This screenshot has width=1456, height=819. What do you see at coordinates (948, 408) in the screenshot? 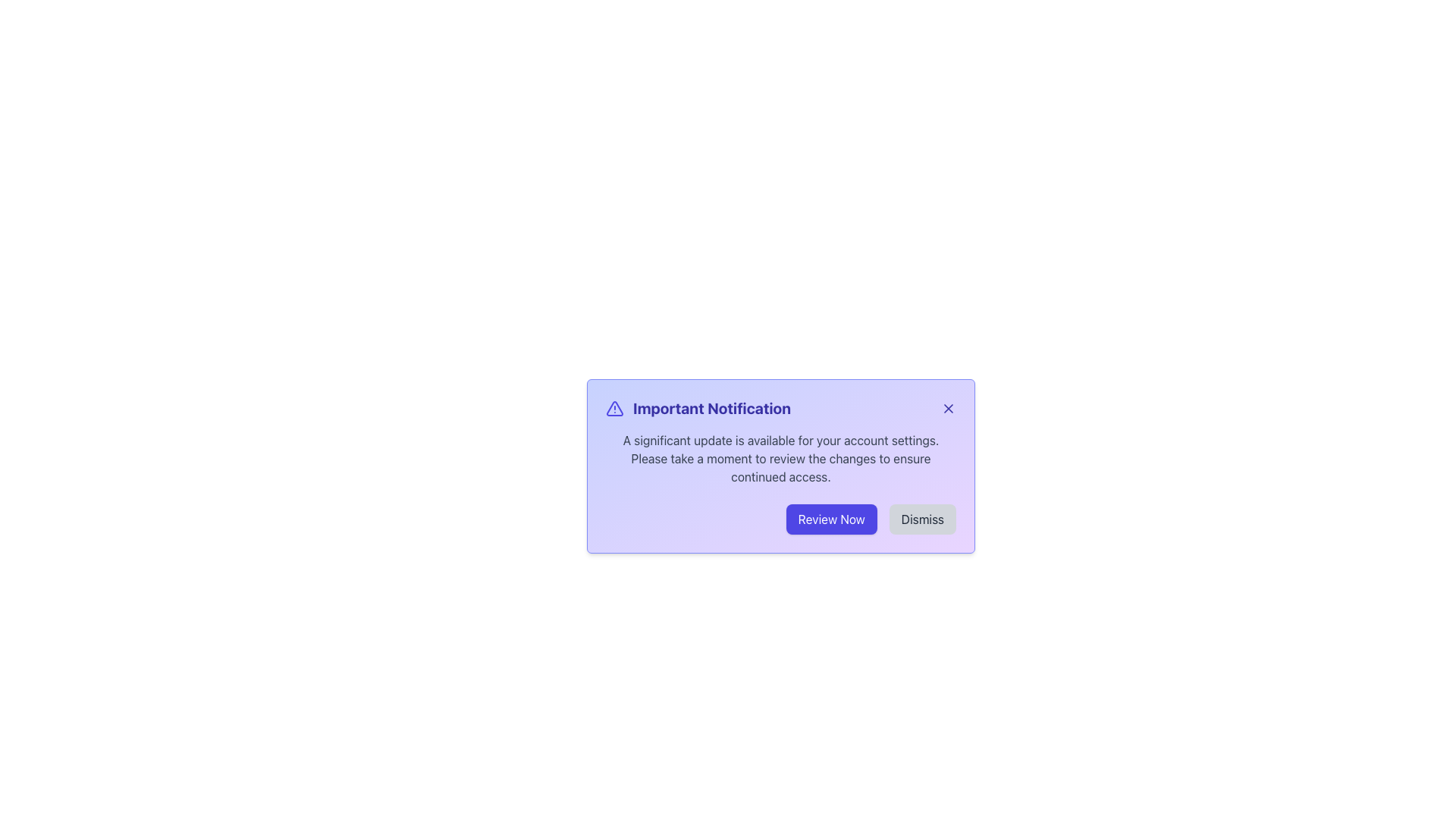
I see `the red 'X' icon located in the upper-right corner of the notification dialog` at bounding box center [948, 408].